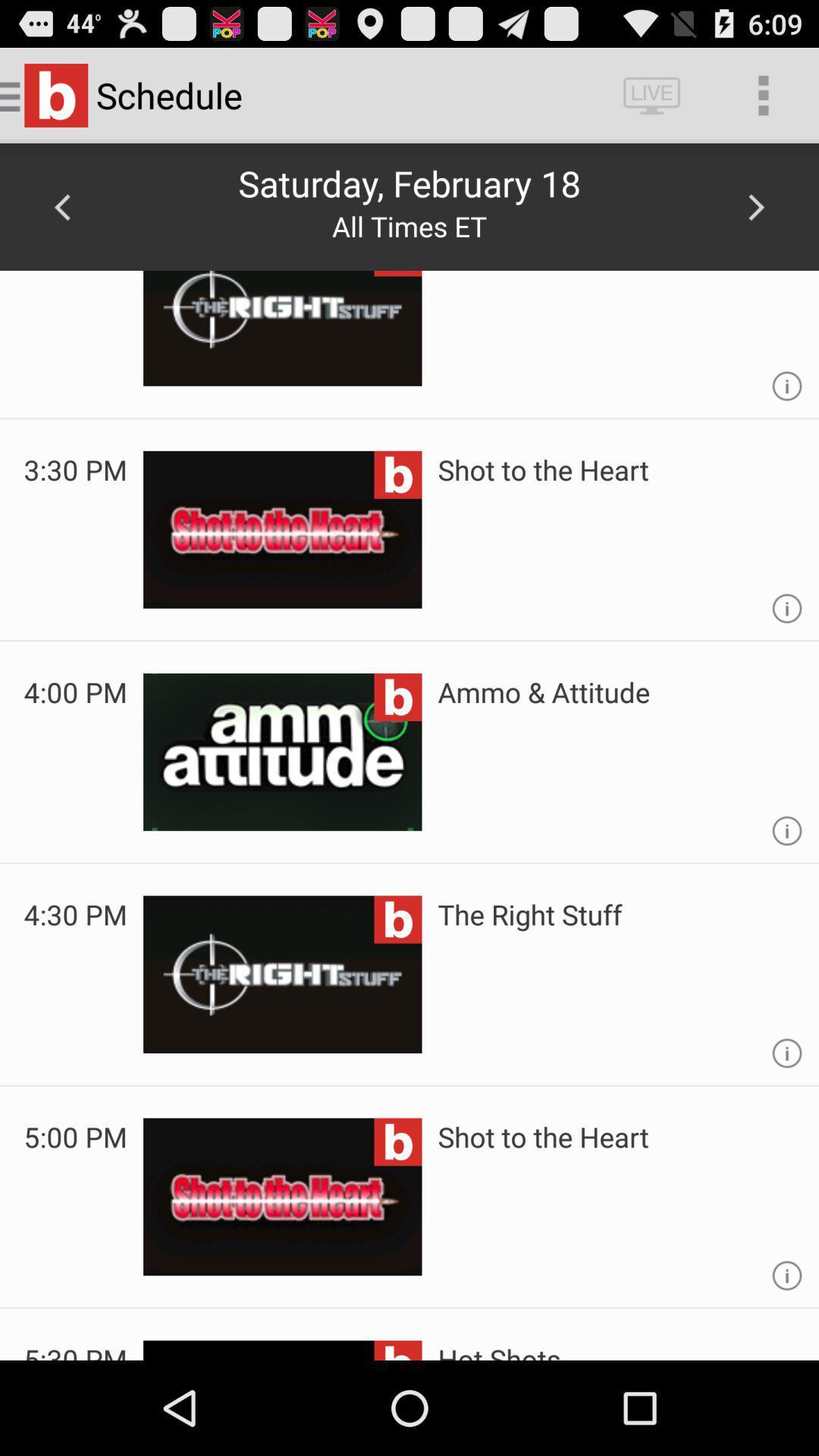  Describe the element at coordinates (63, 221) in the screenshot. I see `the arrow_backward icon` at that location.